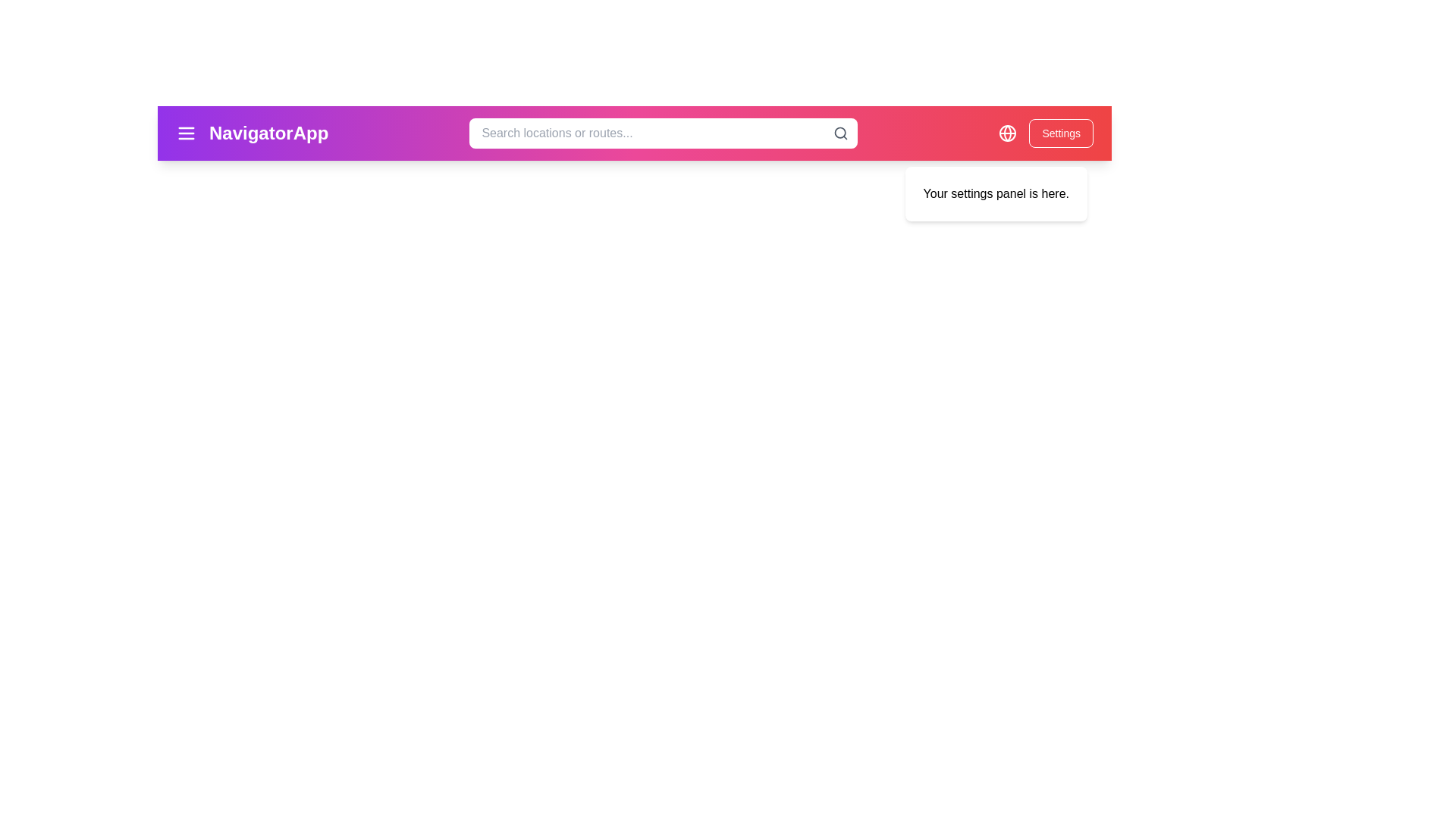 Image resolution: width=1456 pixels, height=819 pixels. Describe the element at coordinates (1059, 133) in the screenshot. I see `'Settings' button to toggle the settings panel` at that location.